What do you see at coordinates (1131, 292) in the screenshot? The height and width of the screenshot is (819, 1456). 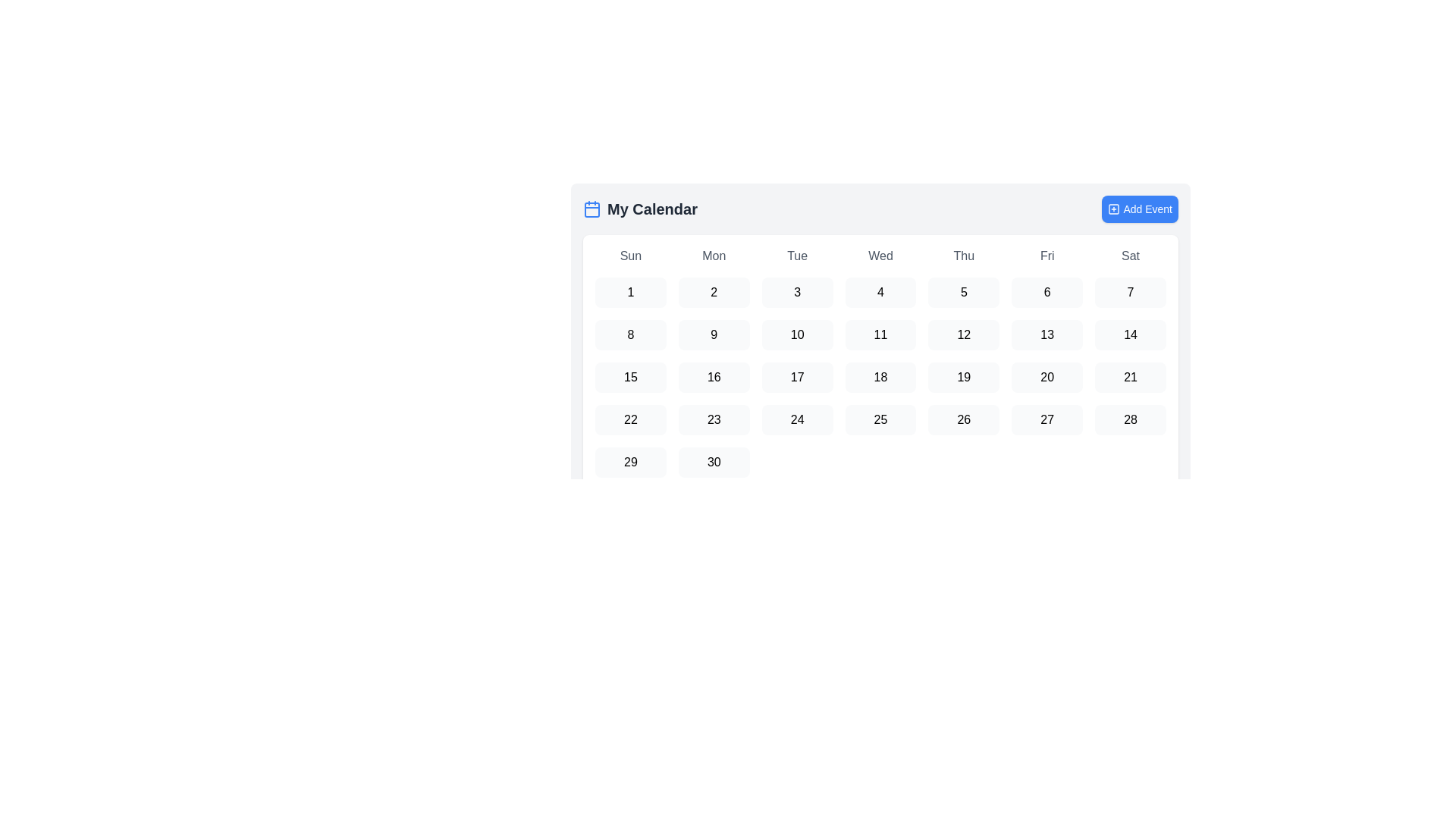 I see `the interactive button representing the seventh day in the calendar's monthly view` at bounding box center [1131, 292].